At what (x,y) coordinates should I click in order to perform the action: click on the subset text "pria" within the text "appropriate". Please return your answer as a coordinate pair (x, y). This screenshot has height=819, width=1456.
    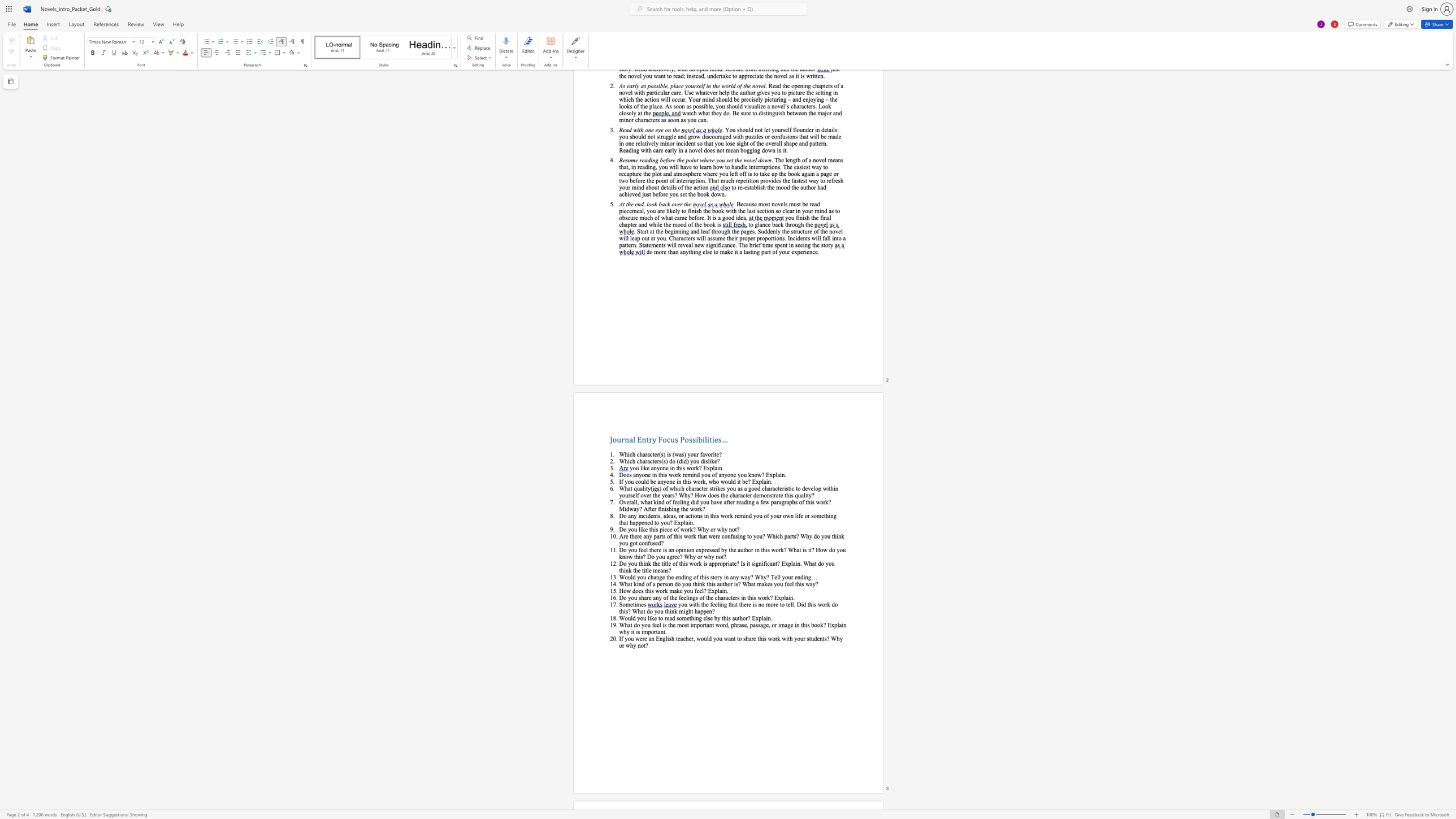
    Looking at the image, I should click on (722, 563).